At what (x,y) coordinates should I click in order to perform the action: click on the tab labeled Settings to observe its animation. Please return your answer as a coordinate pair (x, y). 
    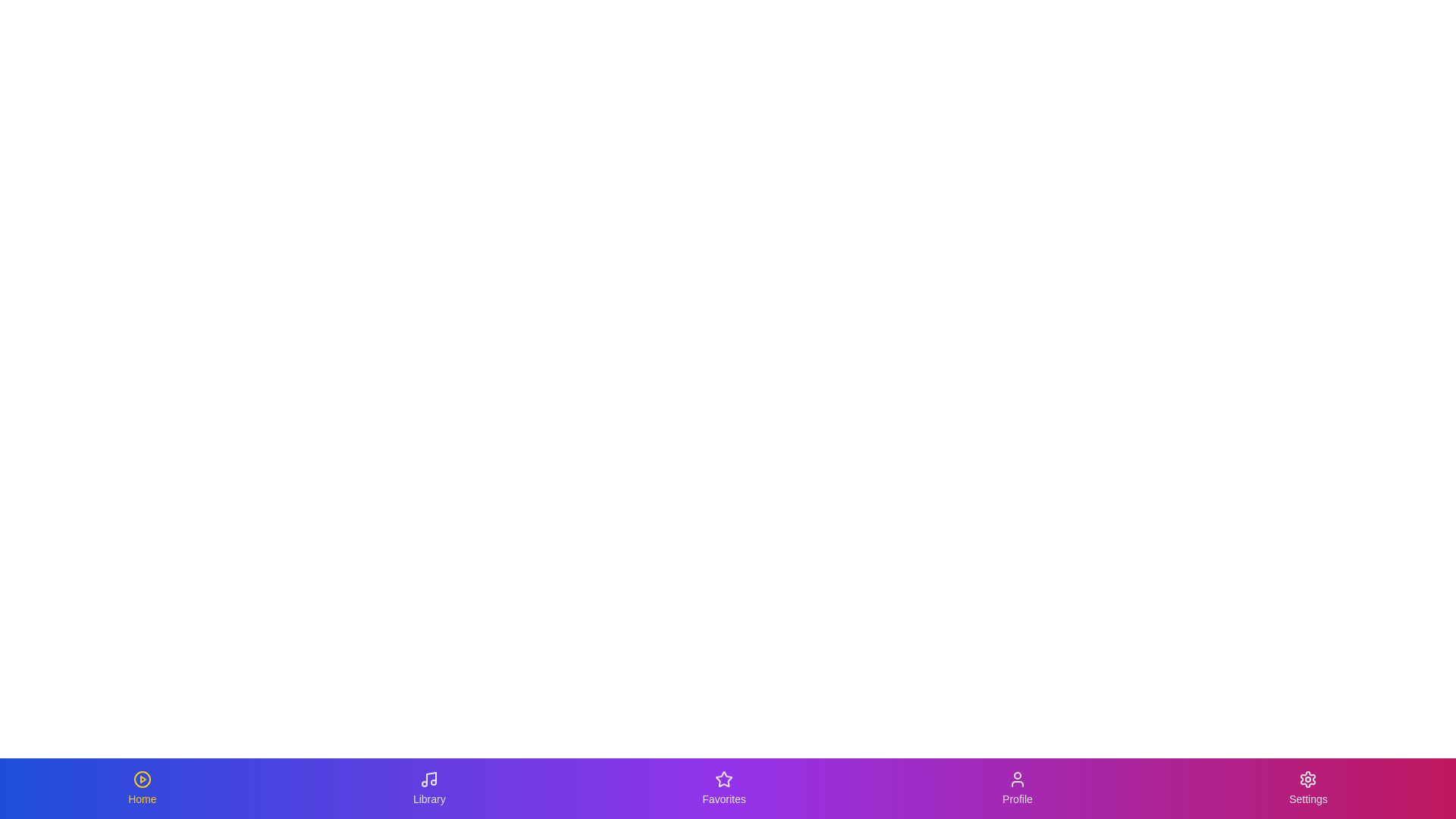
    Looking at the image, I should click on (1307, 788).